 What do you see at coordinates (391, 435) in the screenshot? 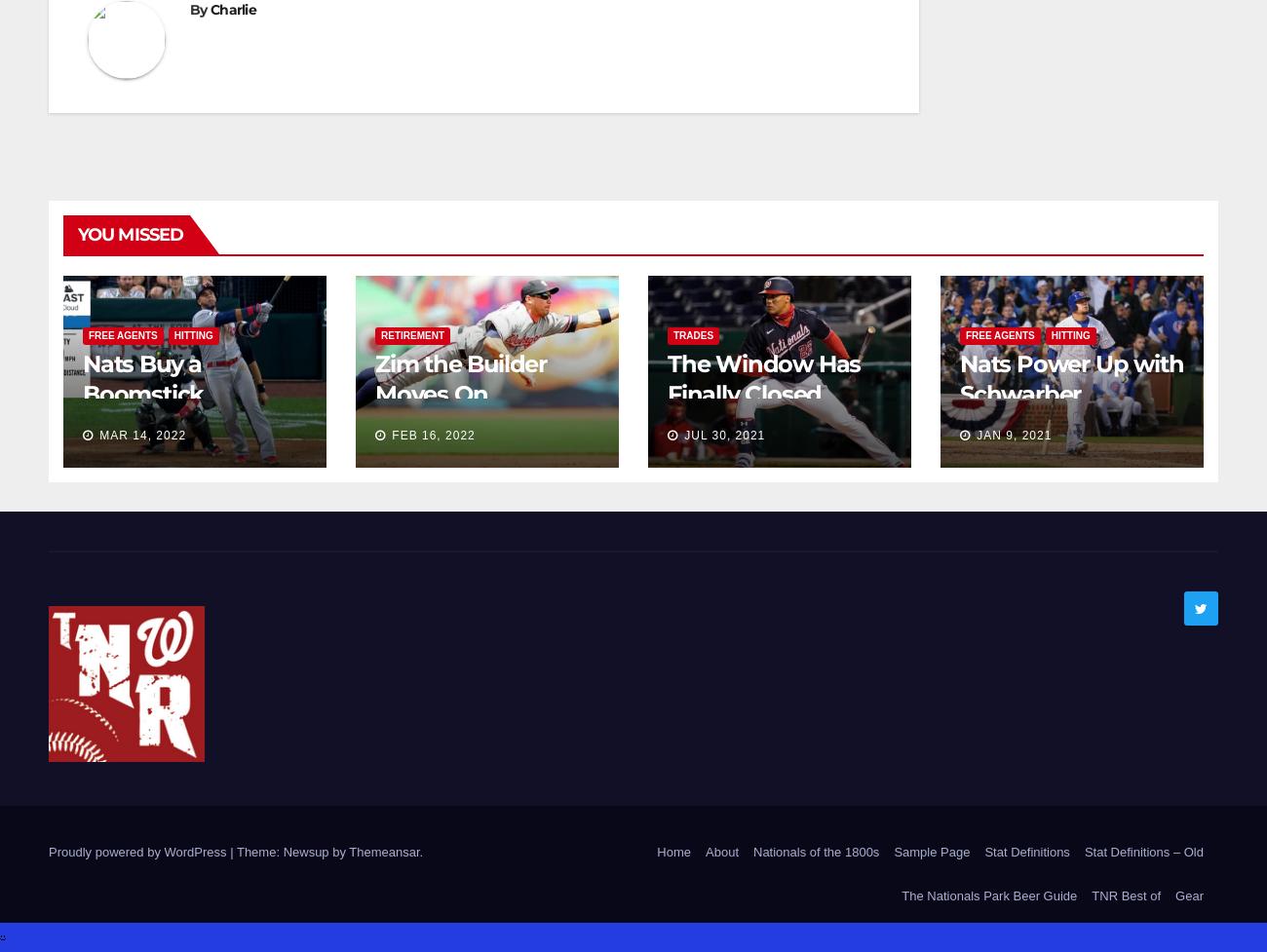
I see `'Feb 16, 2022'` at bounding box center [391, 435].